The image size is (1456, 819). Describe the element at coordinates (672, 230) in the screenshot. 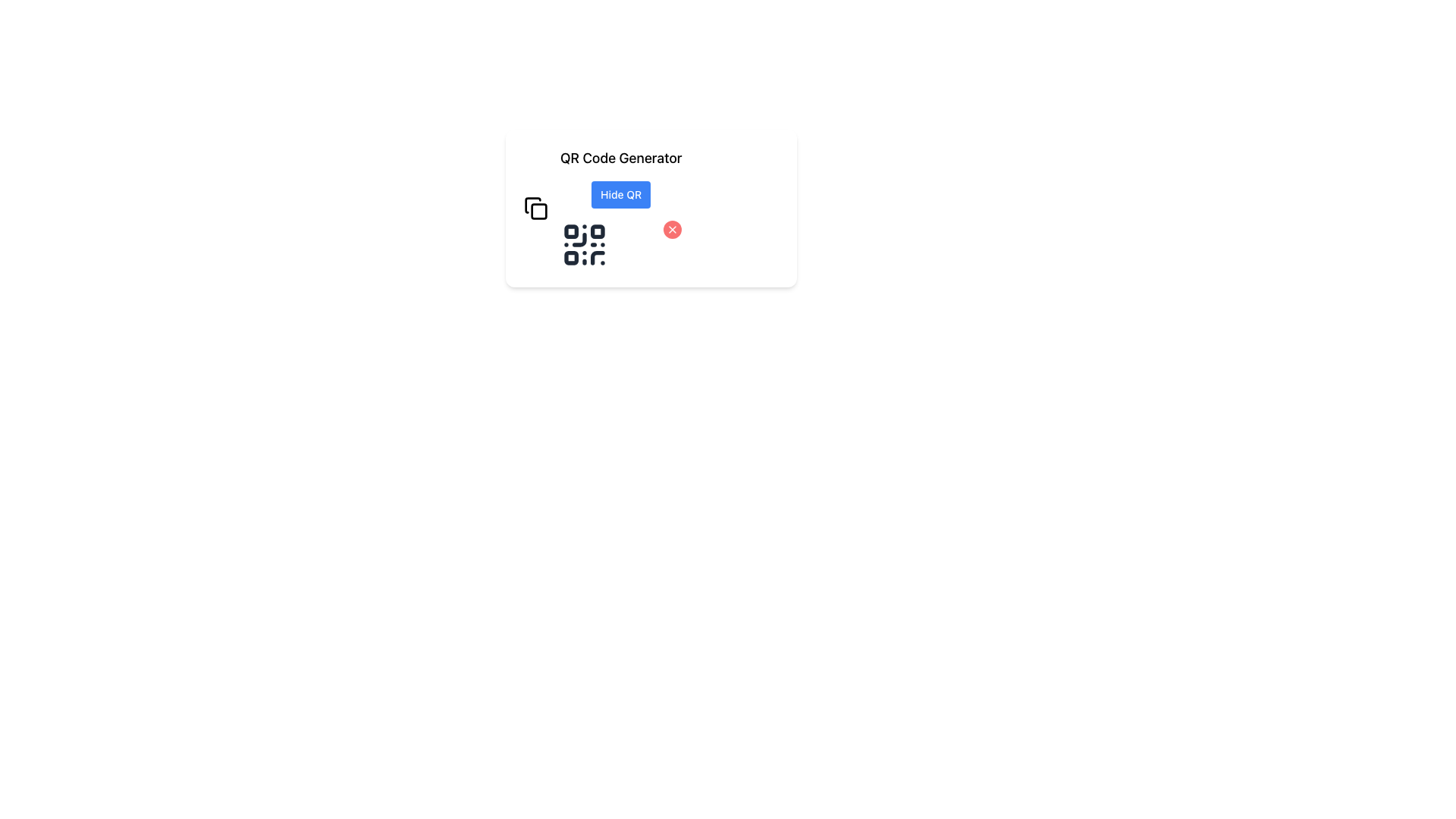

I see `the small circular button with a red background and white 'X' icon located at the top-right corner of the QR code section` at that location.